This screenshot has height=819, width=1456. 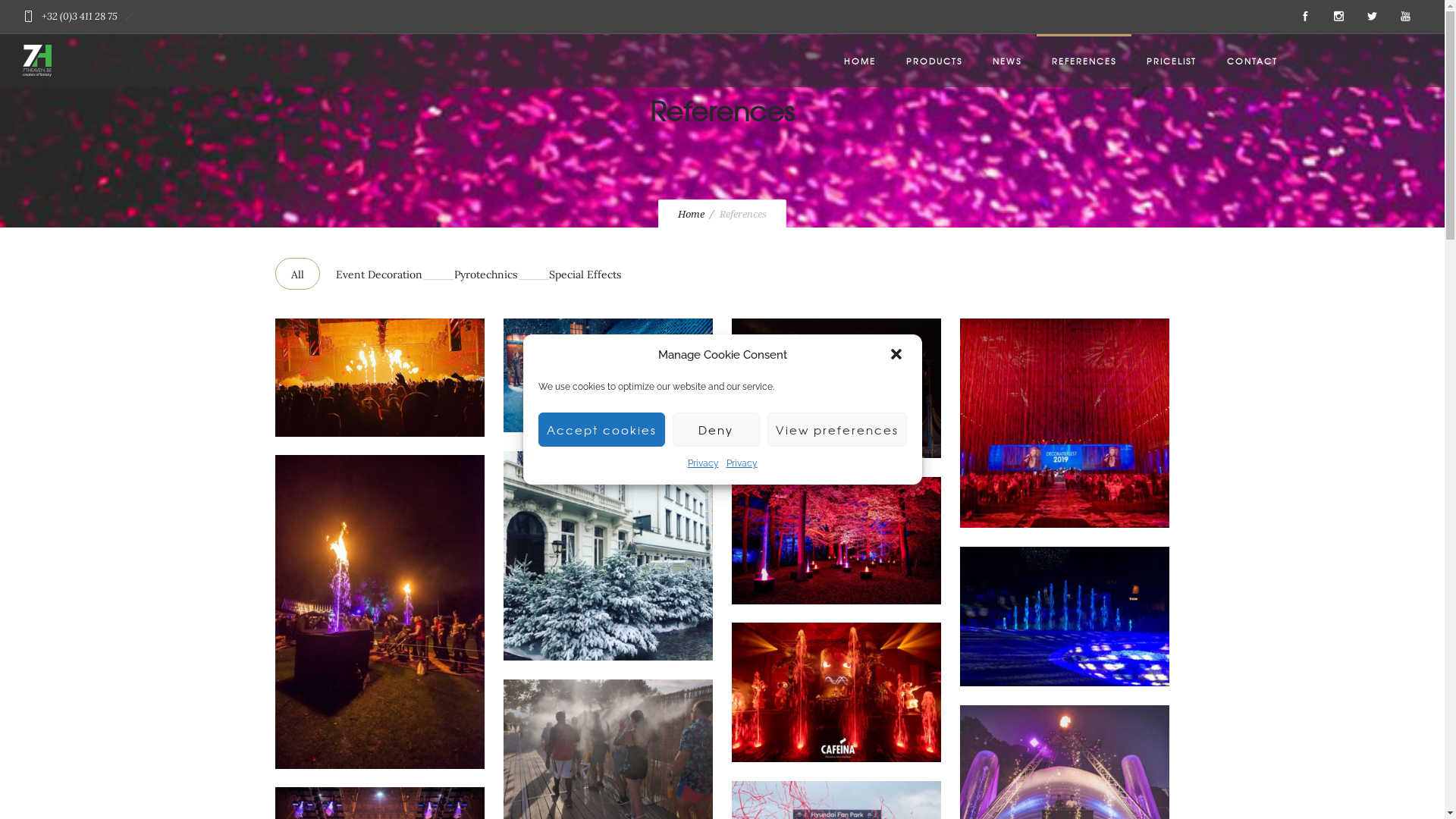 What do you see at coordinates (671, 429) in the screenshot?
I see `'Deny'` at bounding box center [671, 429].